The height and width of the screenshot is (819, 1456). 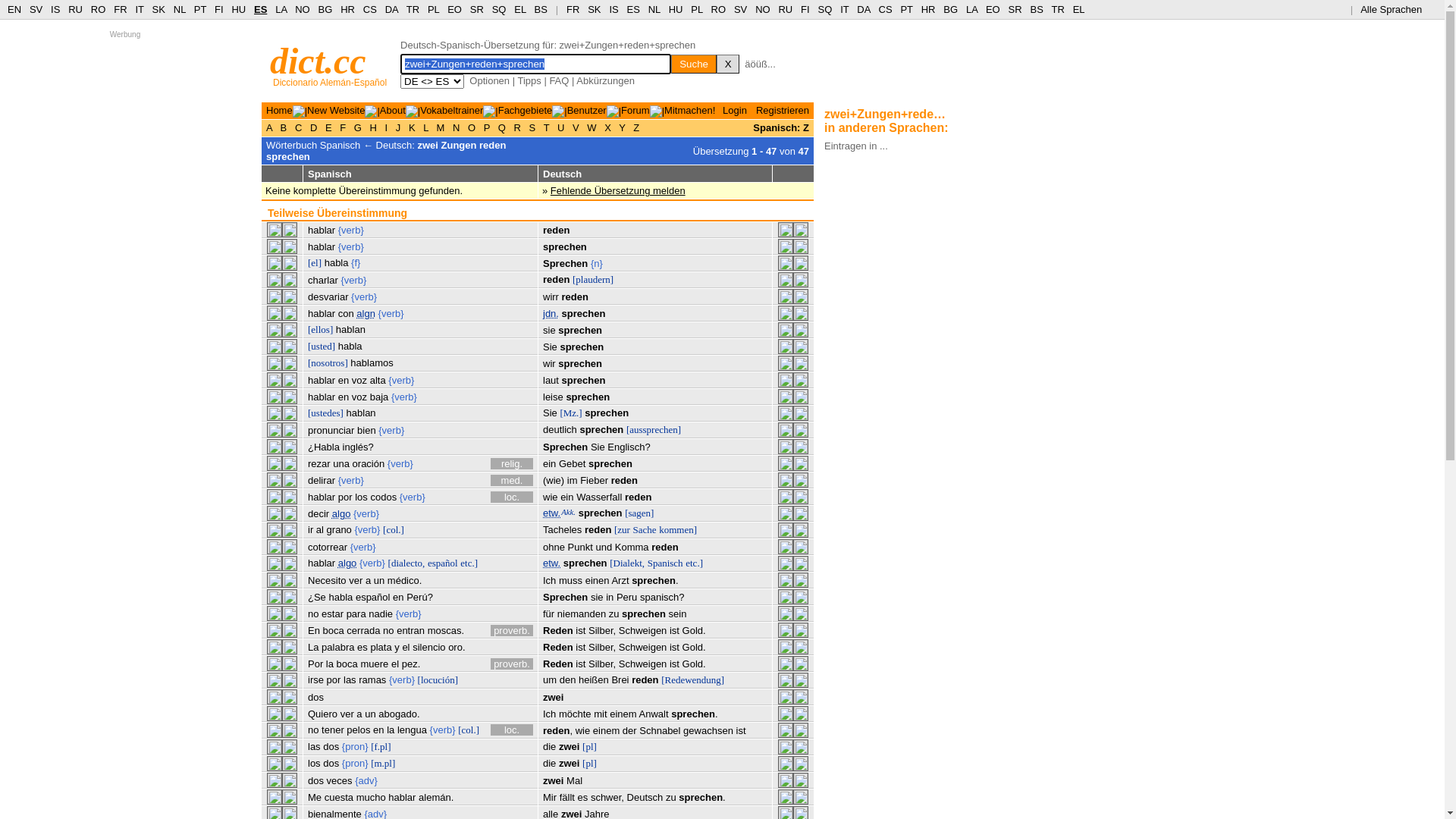 I want to click on 'sein', so click(x=668, y=613).